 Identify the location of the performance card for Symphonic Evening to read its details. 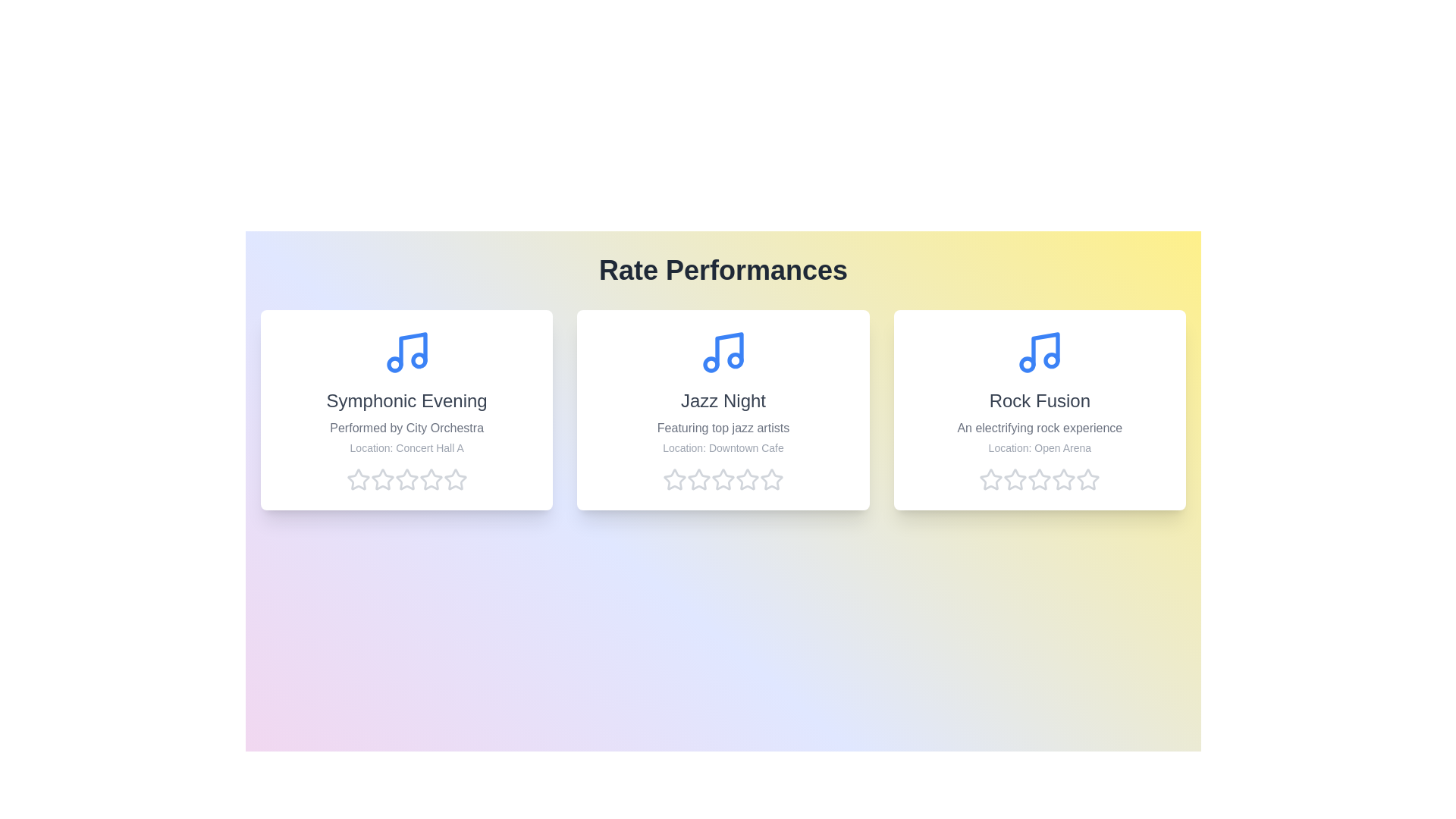
(406, 409).